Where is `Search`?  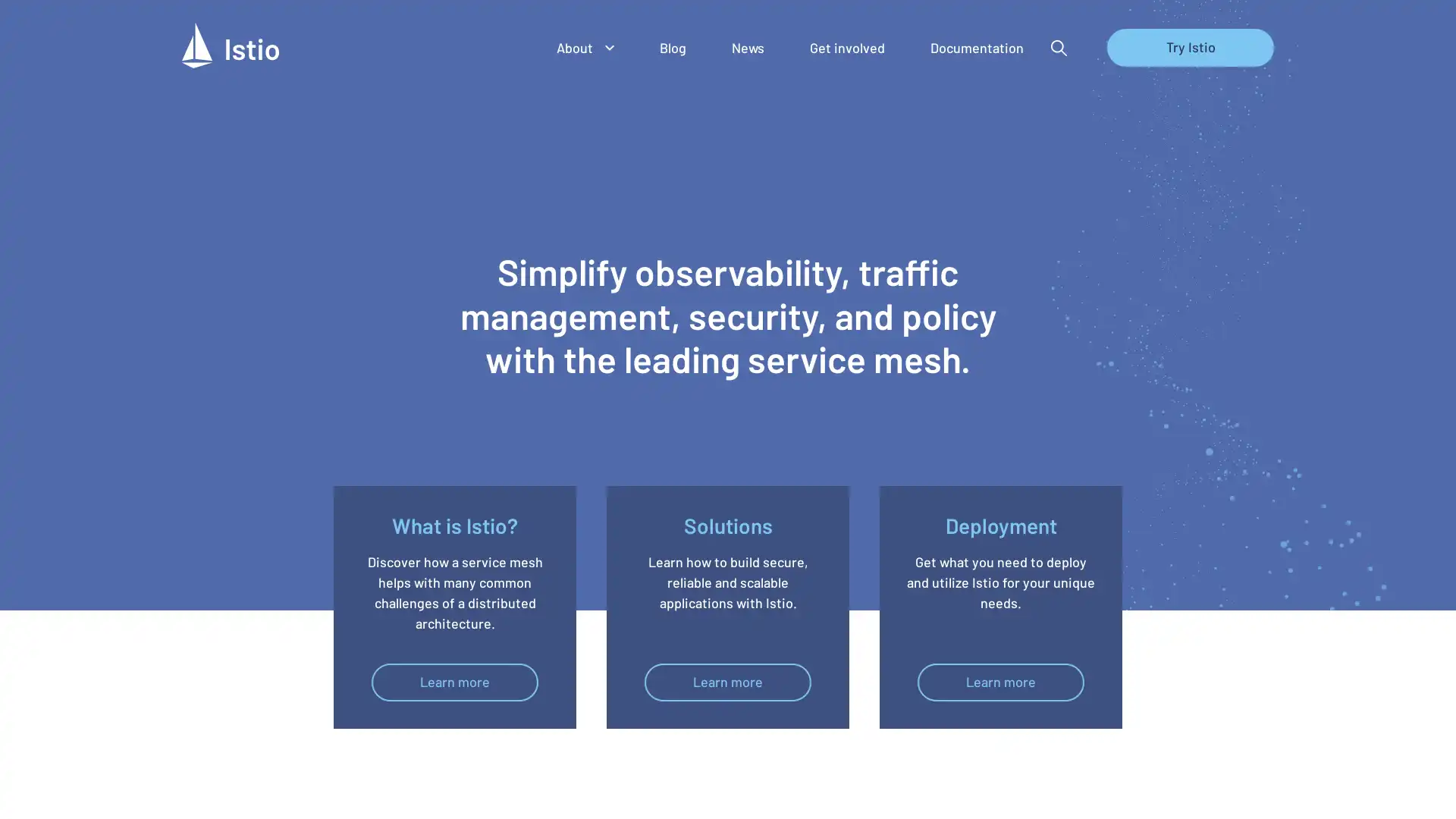
Search is located at coordinates (1058, 49).